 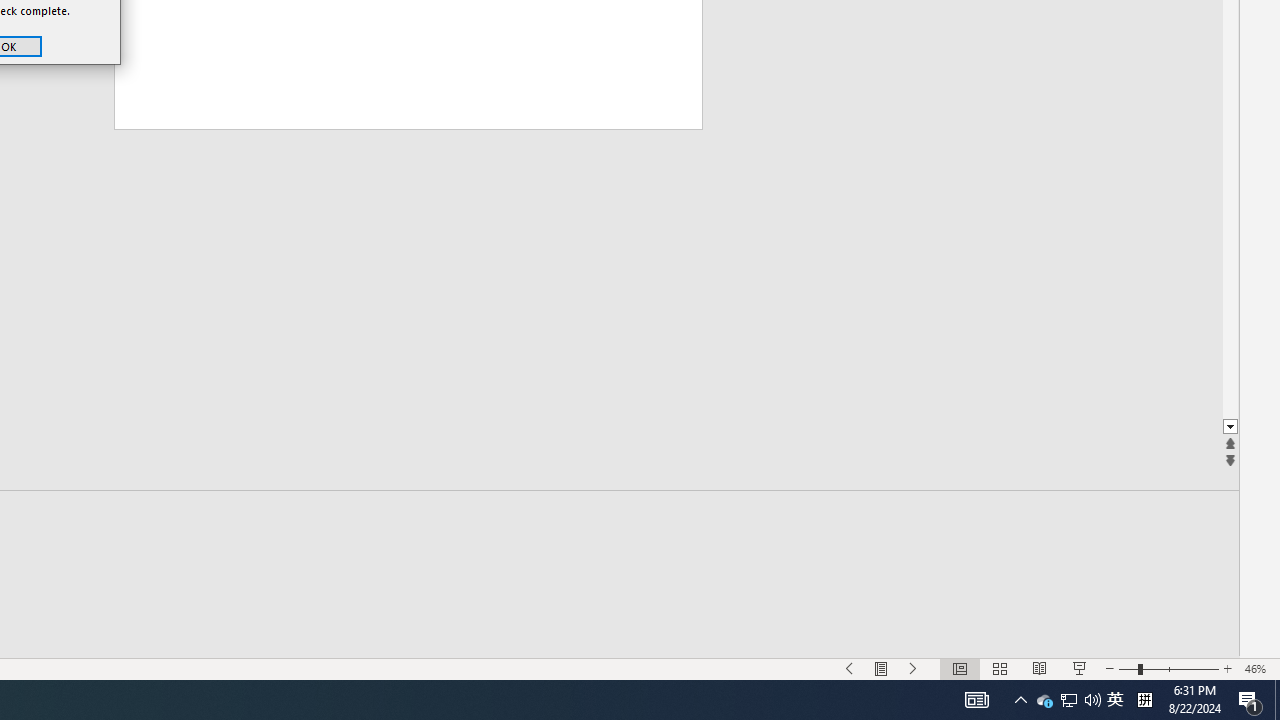 I want to click on 'Zoom 46%', so click(x=1257, y=669).